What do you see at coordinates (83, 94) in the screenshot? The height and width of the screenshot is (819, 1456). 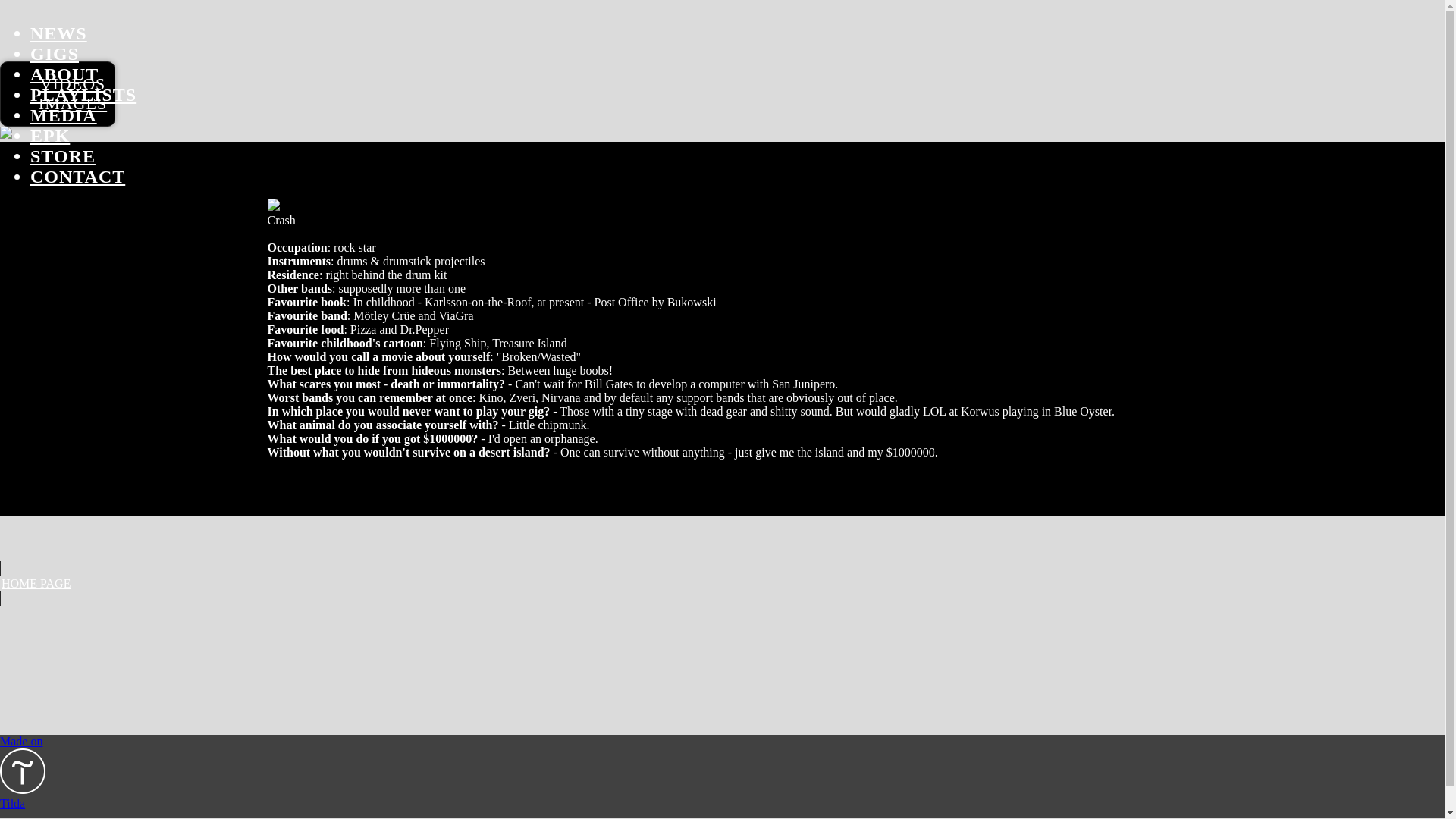 I see `'PLAYLISTS'` at bounding box center [83, 94].